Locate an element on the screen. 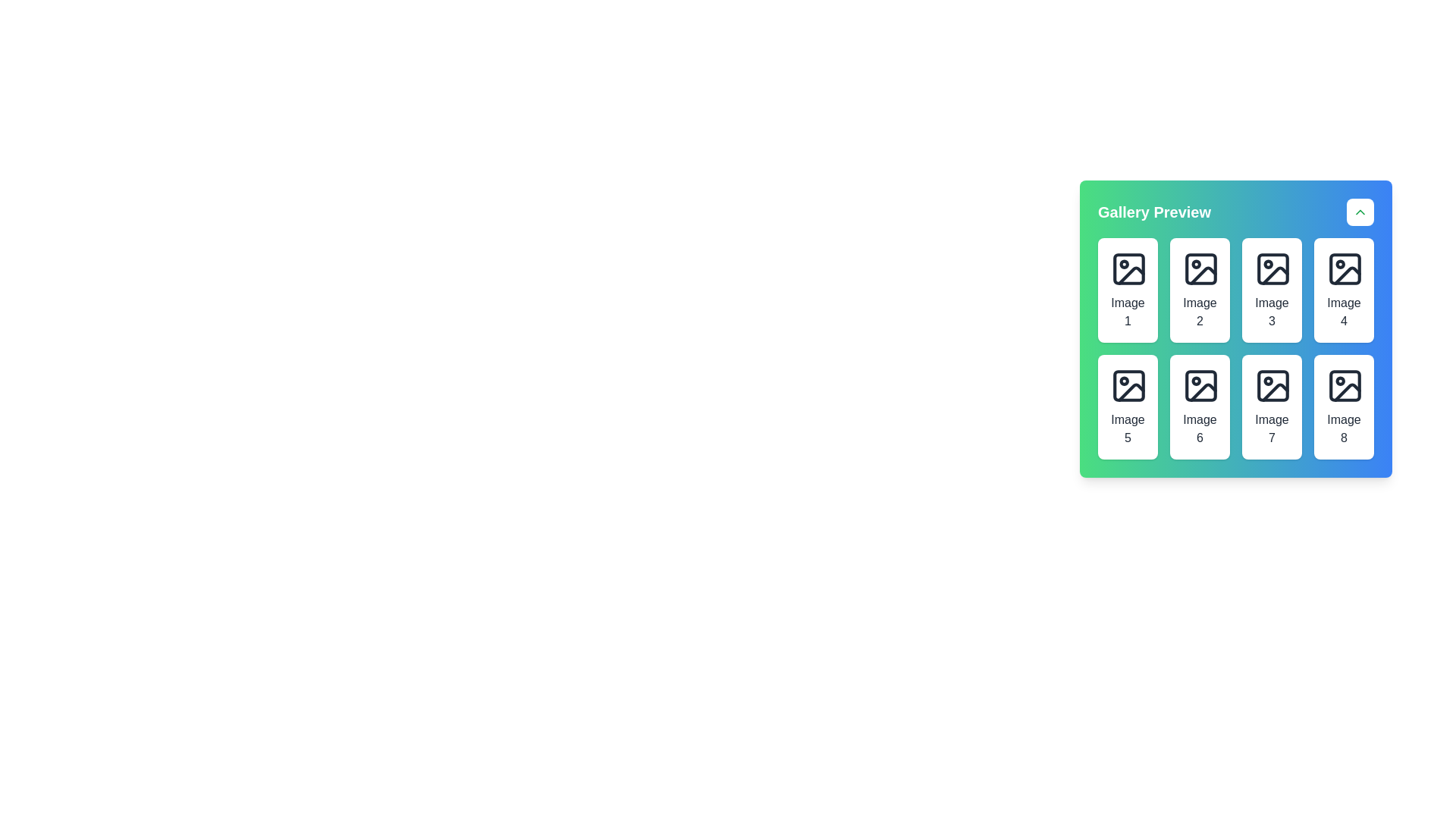 This screenshot has width=1456, height=819. the image placeholder icon in the 'Gallery Preview' section is located at coordinates (1273, 385).